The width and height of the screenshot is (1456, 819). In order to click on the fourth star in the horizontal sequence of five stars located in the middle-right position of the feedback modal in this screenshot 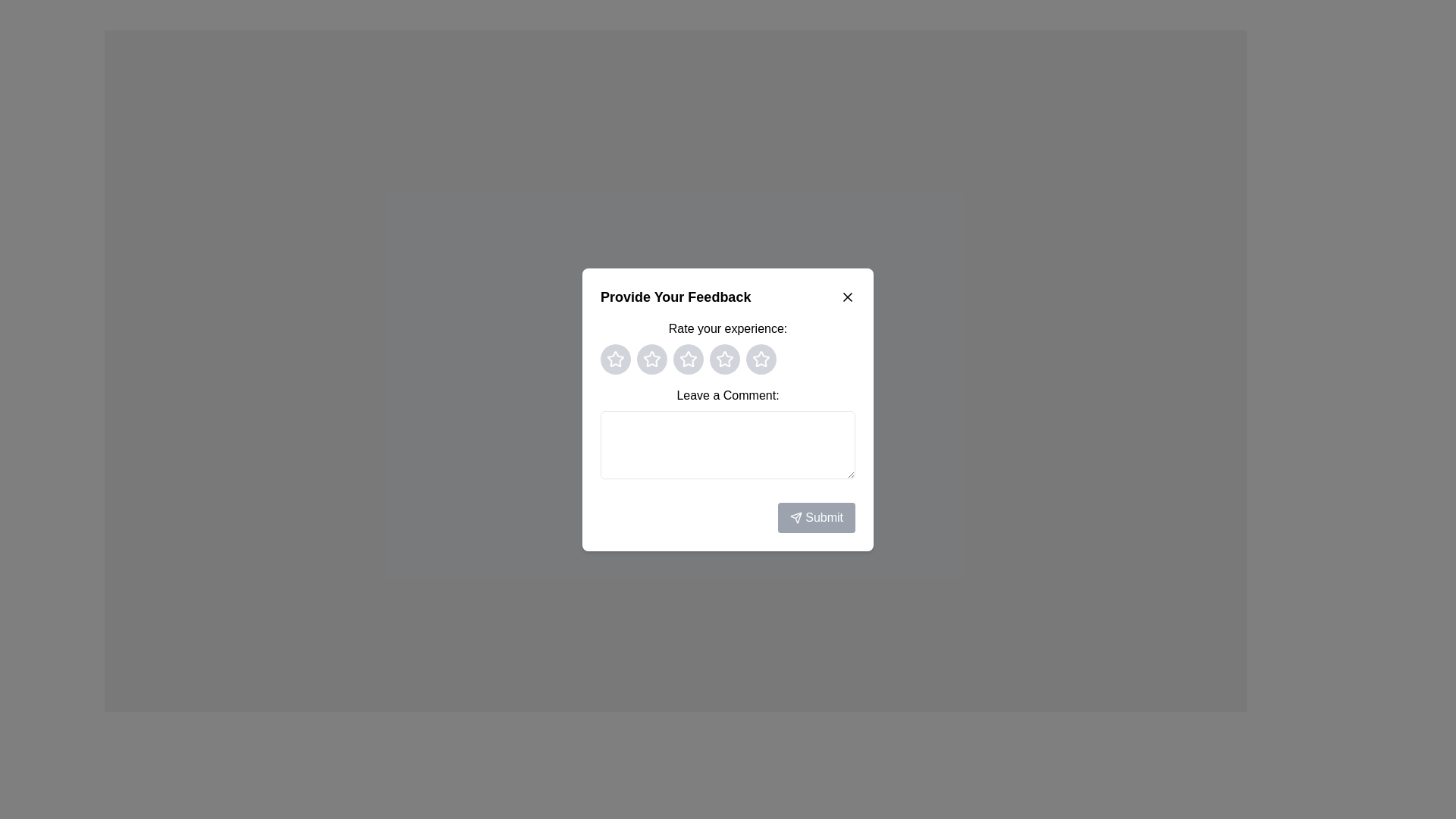, I will do `click(761, 359)`.